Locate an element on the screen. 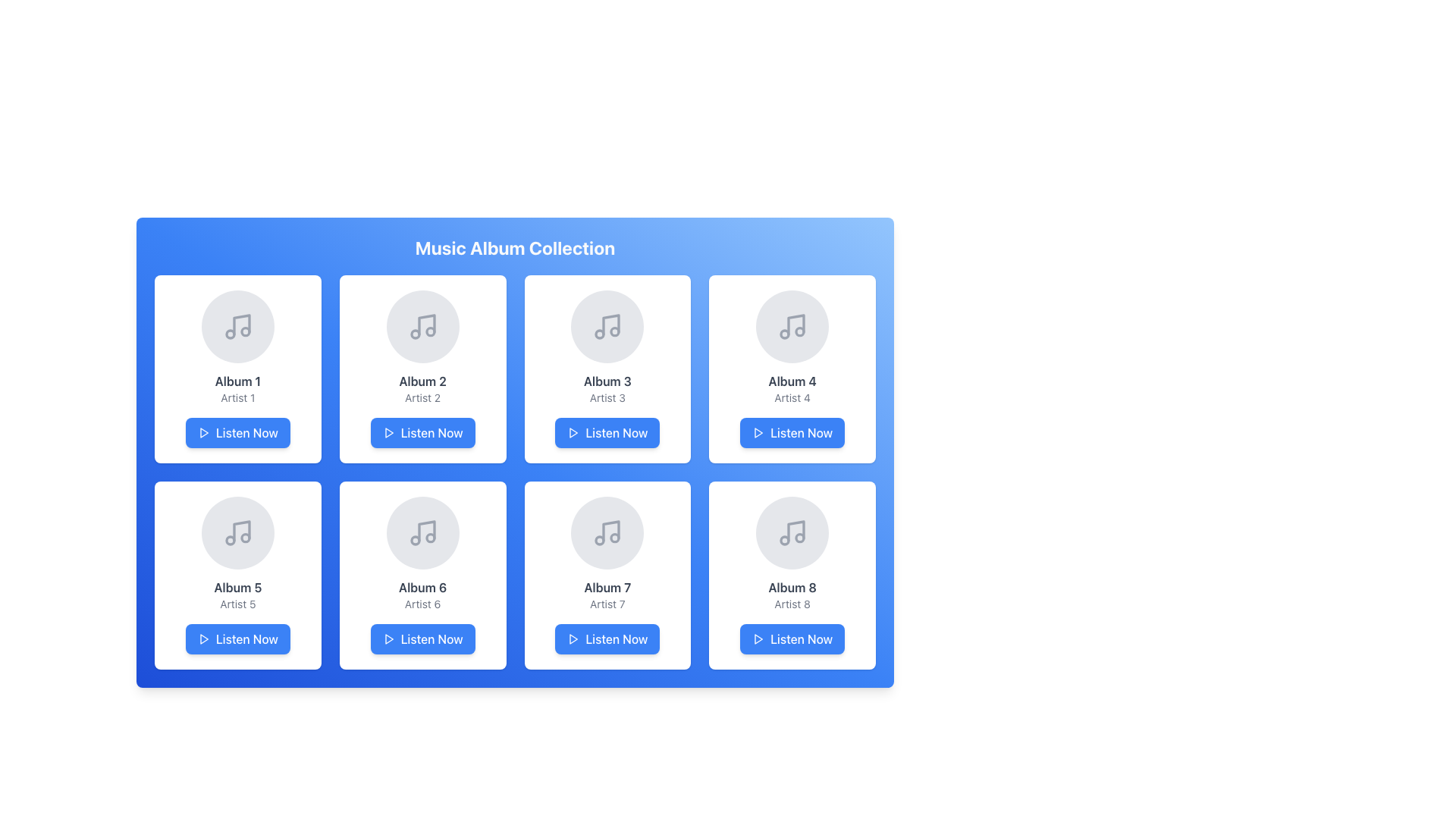  the static text label displaying 'Artist 3', which is located below 'Album 3' within the card in the top row, third column of the music album grid is located at coordinates (607, 397).